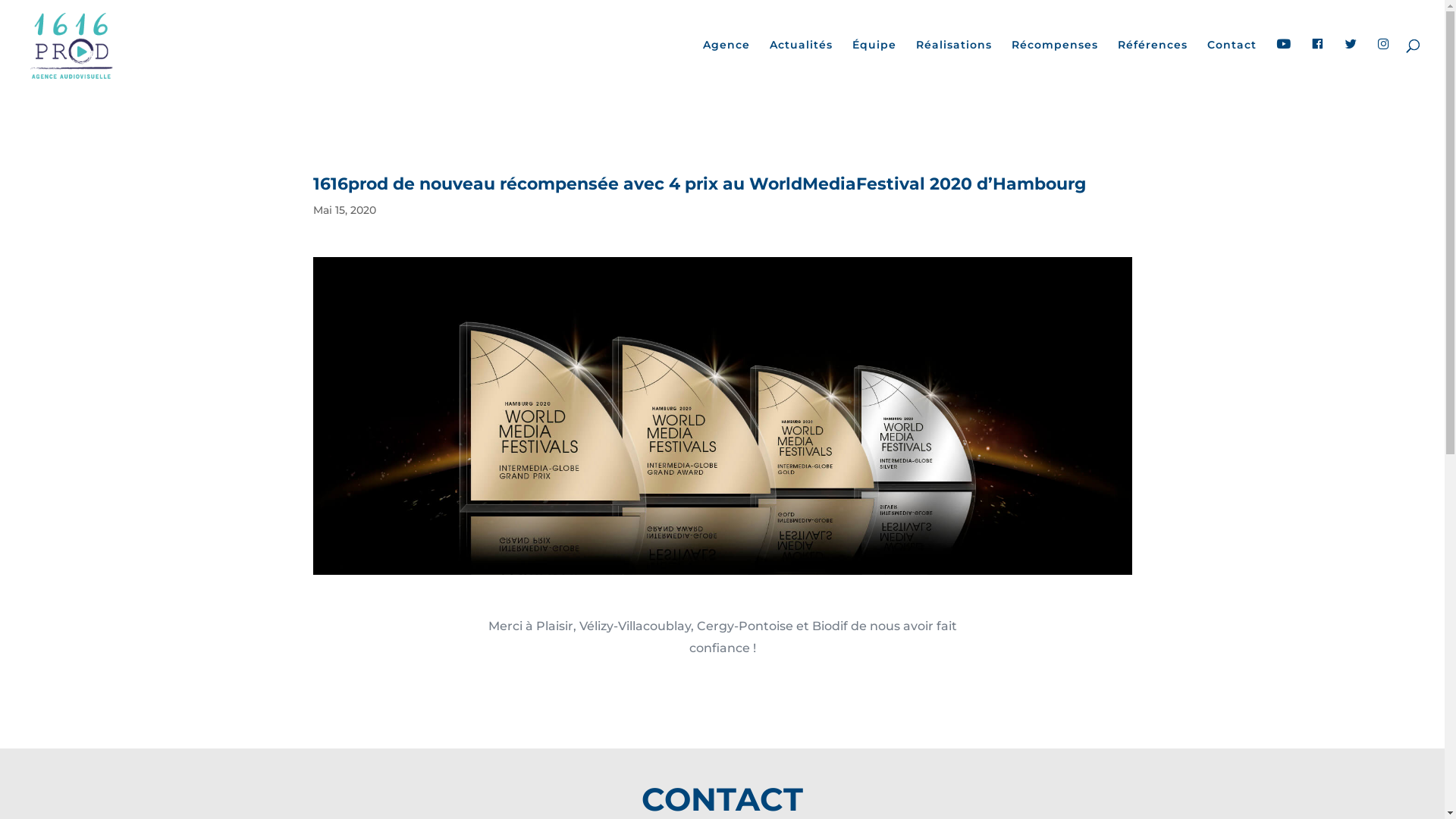  What do you see at coordinates (1316, 64) in the screenshot?
I see `'Facebook'` at bounding box center [1316, 64].